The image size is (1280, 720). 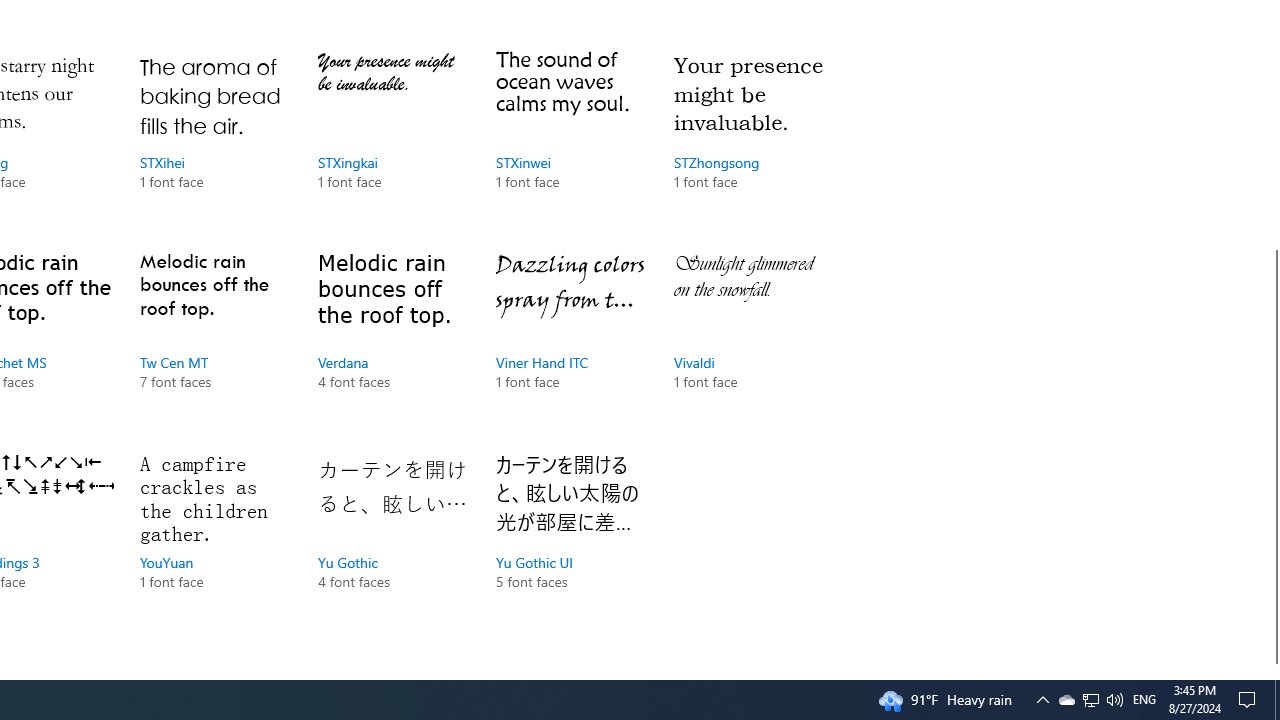 What do you see at coordinates (392, 140) in the screenshot?
I see `'STXingkai, 1 font face'` at bounding box center [392, 140].